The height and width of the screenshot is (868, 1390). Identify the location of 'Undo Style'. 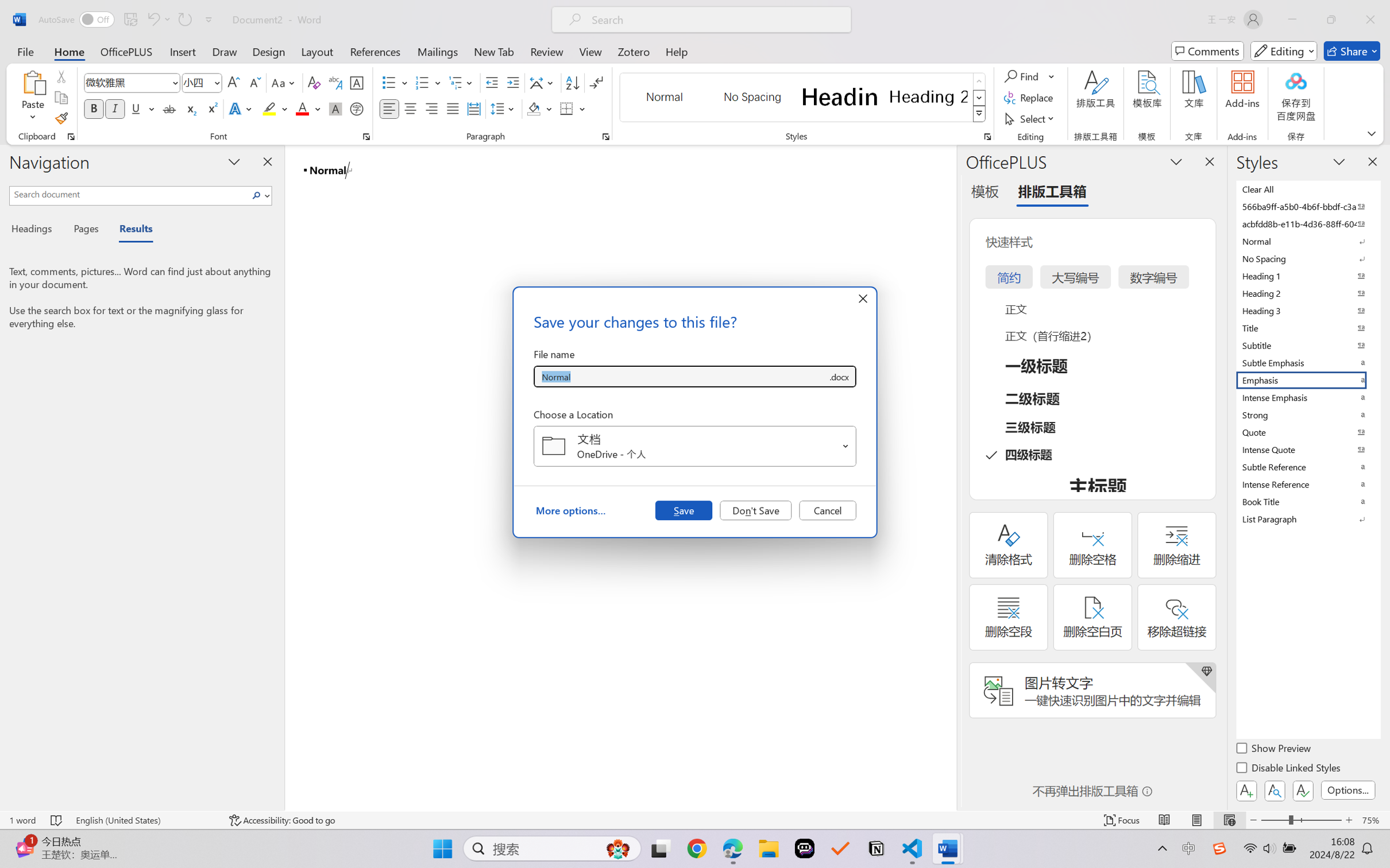
(157, 19).